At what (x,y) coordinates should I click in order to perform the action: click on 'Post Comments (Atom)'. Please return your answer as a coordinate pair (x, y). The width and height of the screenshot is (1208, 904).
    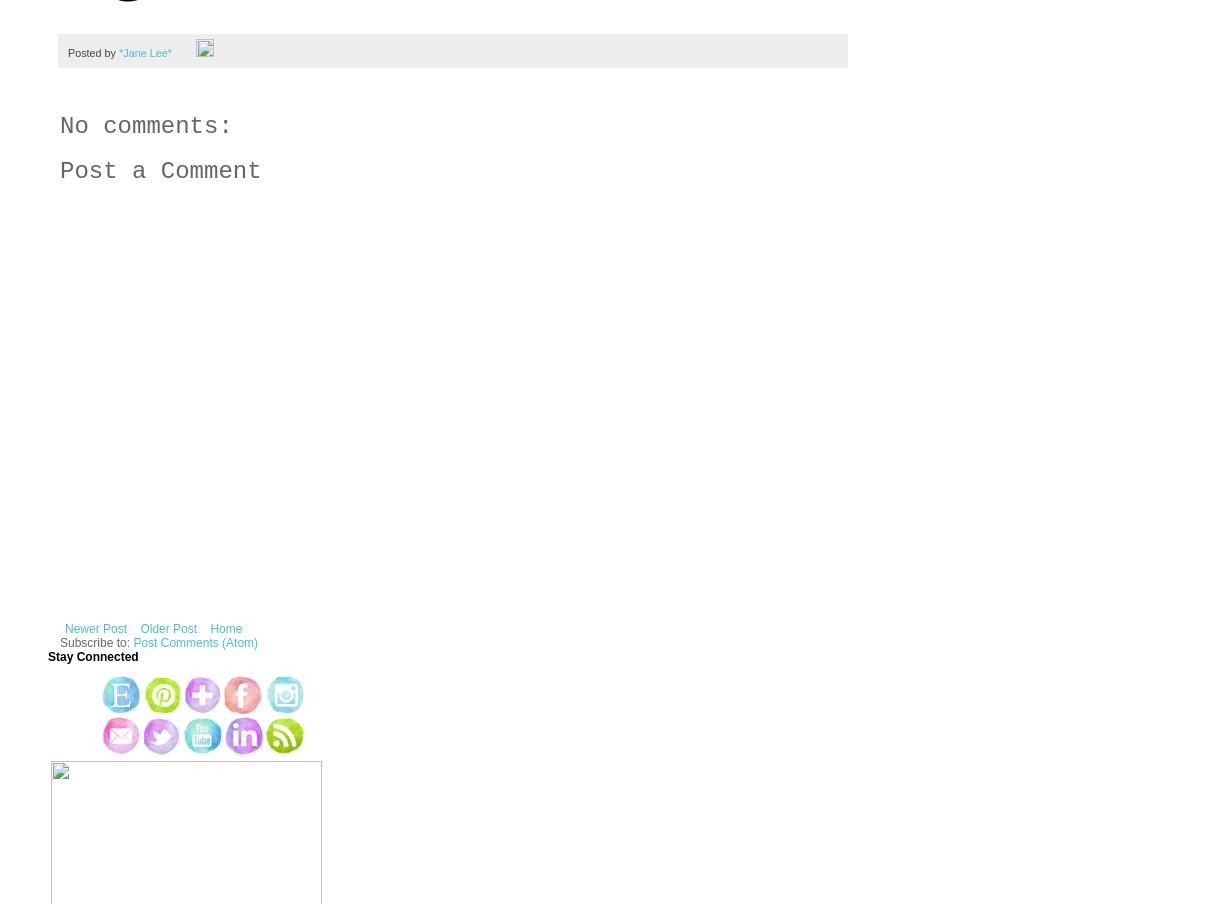
    Looking at the image, I should click on (195, 643).